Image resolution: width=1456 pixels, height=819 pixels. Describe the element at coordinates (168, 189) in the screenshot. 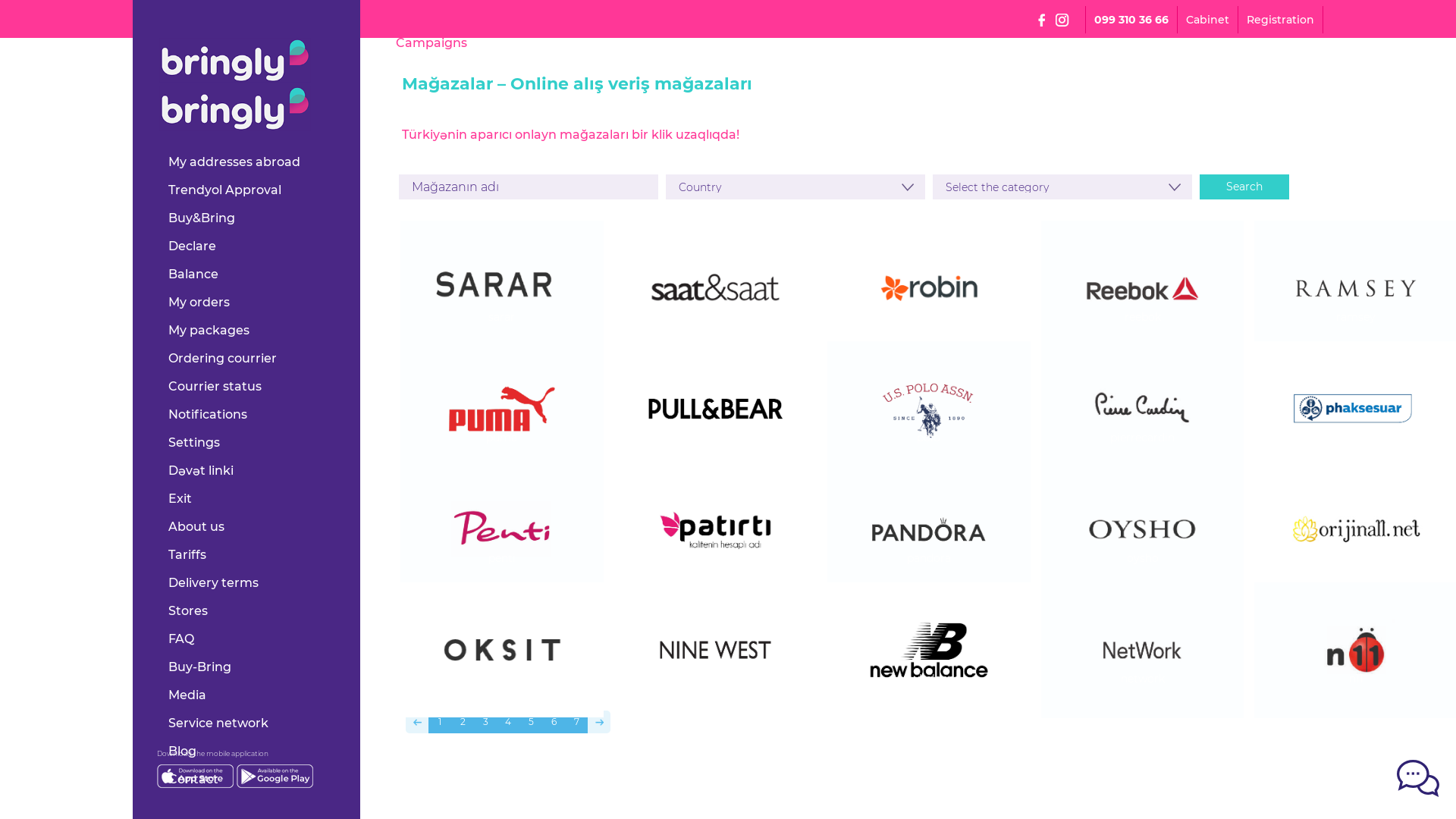

I see `'Trendyol Approval'` at that location.